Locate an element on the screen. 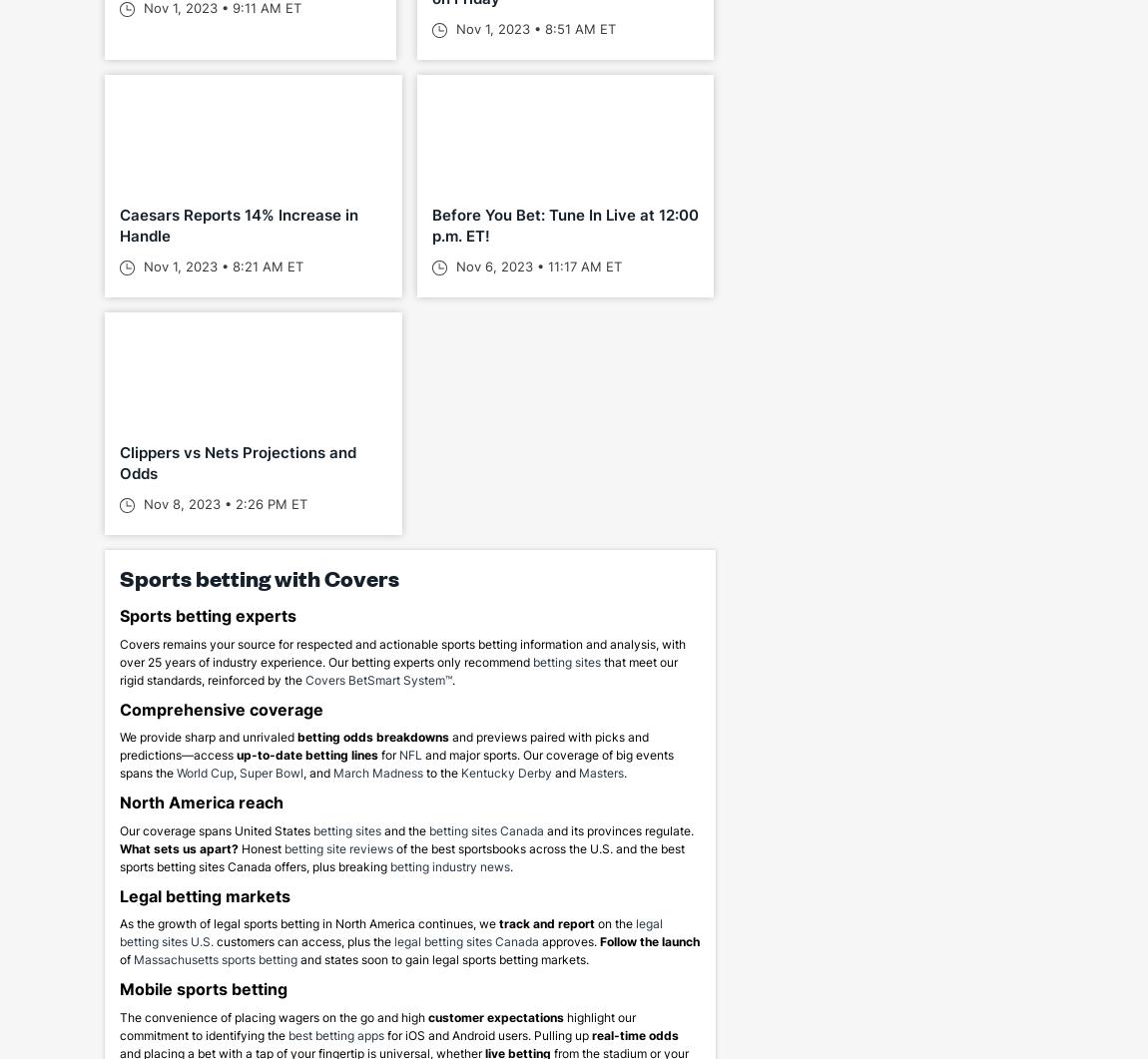 The image size is (1148, 1059). 'for iOS and Android users. Pulling up' is located at coordinates (384, 1033).